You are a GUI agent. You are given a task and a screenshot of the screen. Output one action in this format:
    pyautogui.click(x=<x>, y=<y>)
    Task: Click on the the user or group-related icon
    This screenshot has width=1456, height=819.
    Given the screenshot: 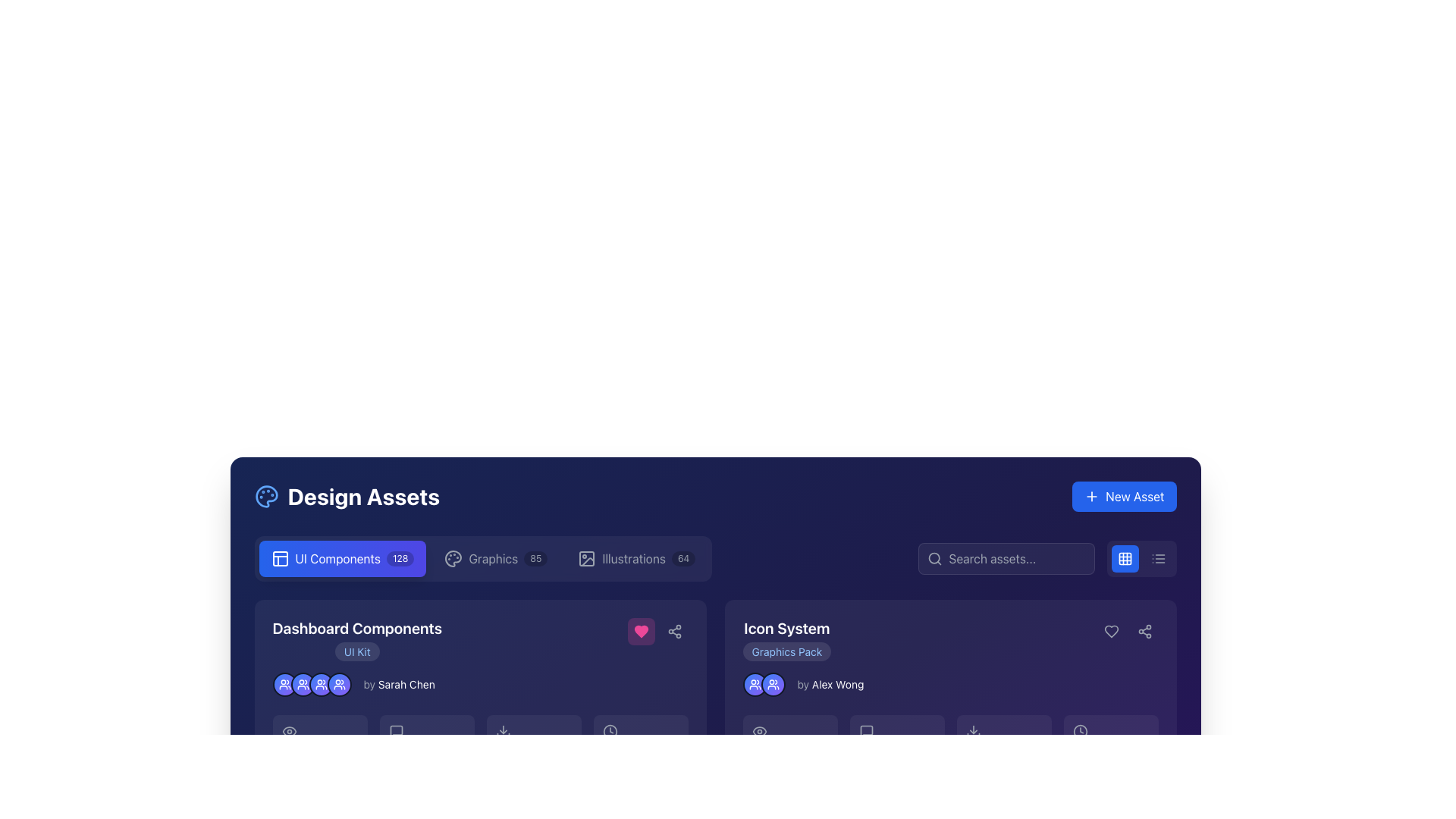 What is the action you would take?
    pyautogui.click(x=773, y=684)
    